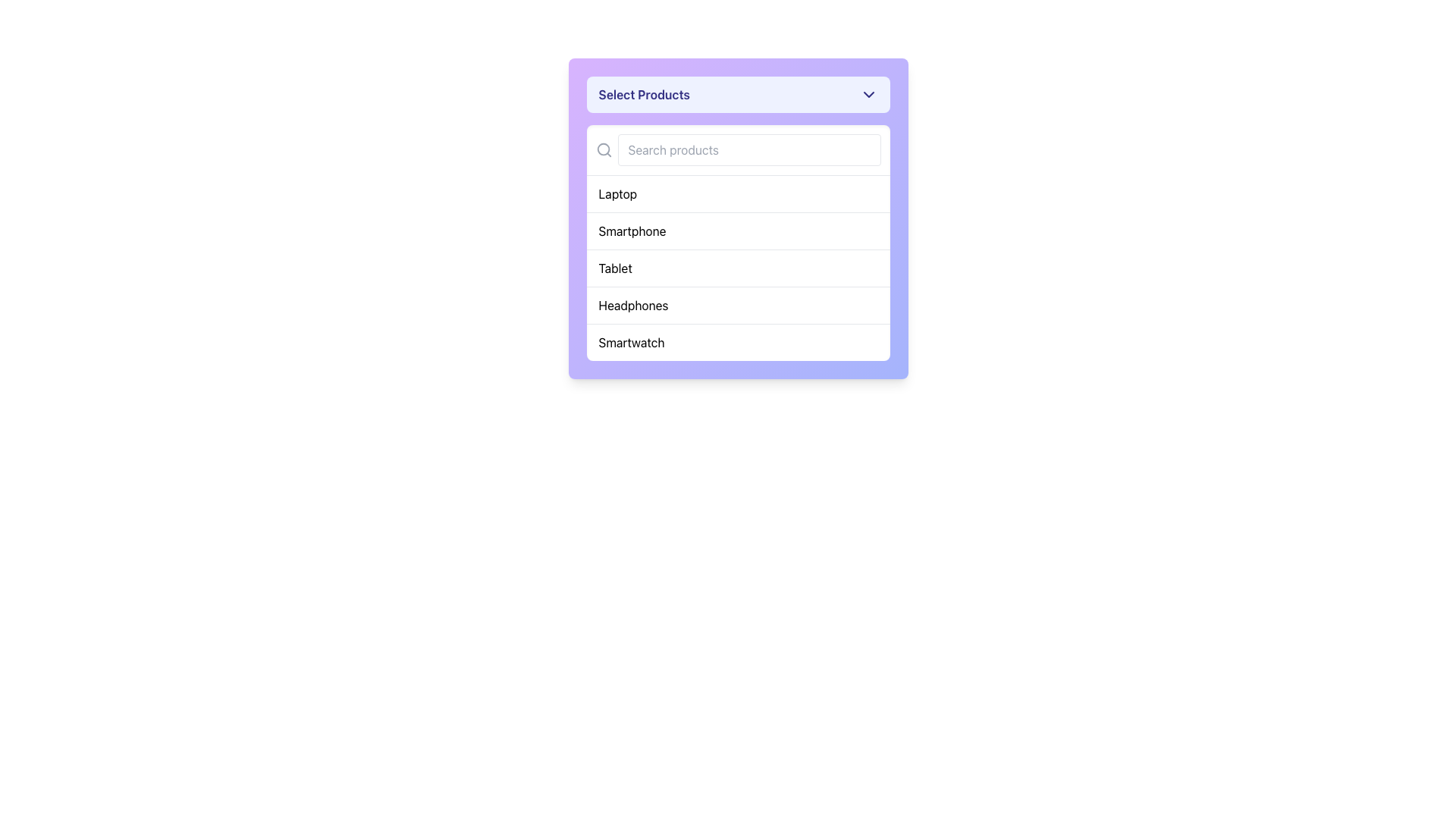 The height and width of the screenshot is (819, 1456). What do you see at coordinates (615, 268) in the screenshot?
I see `the 'Tablet' option in the dropdown menu` at bounding box center [615, 268].